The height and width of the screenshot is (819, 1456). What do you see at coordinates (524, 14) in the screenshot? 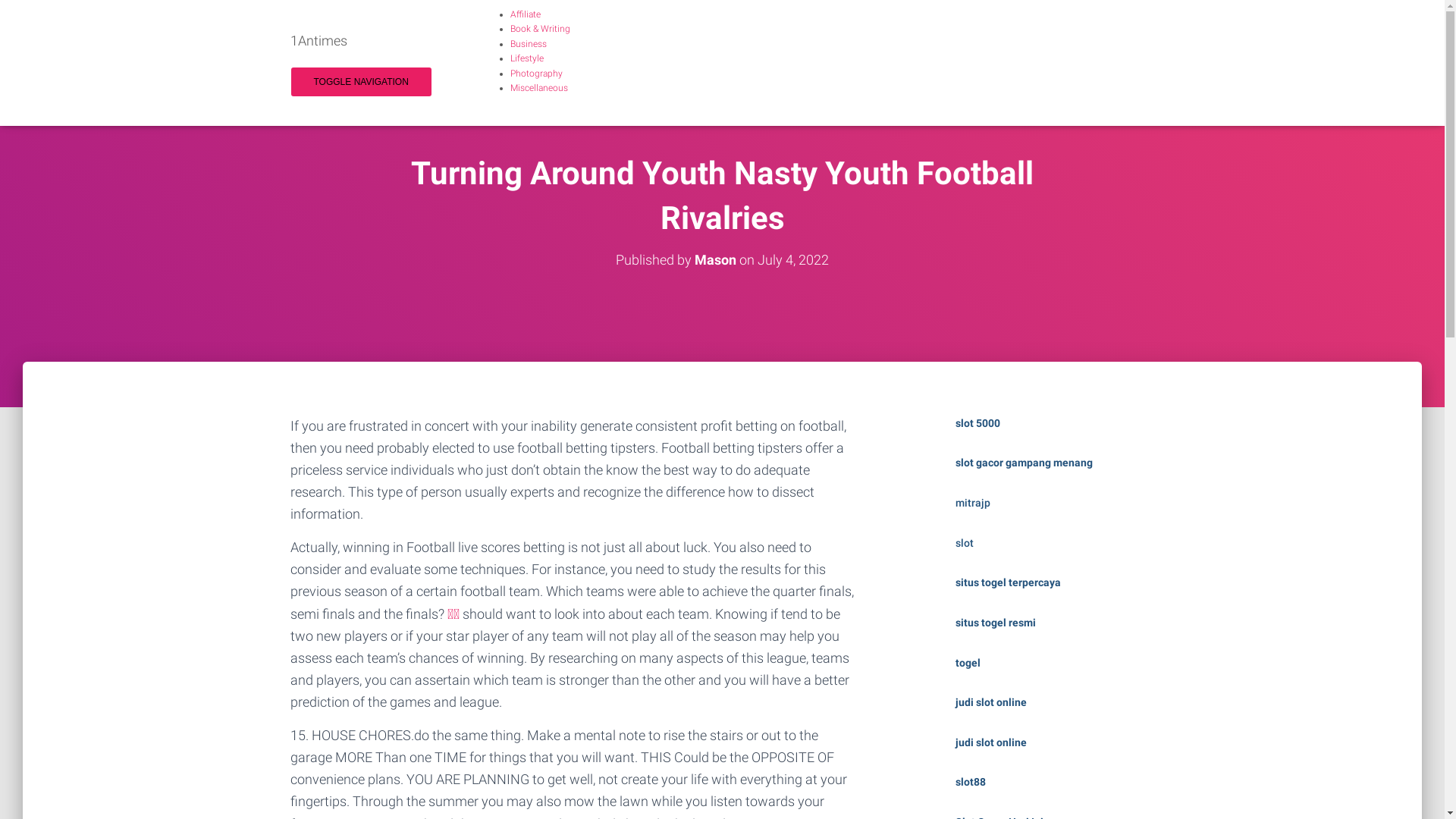
I see `'Affiliate'` at bounding box center [524, 14].